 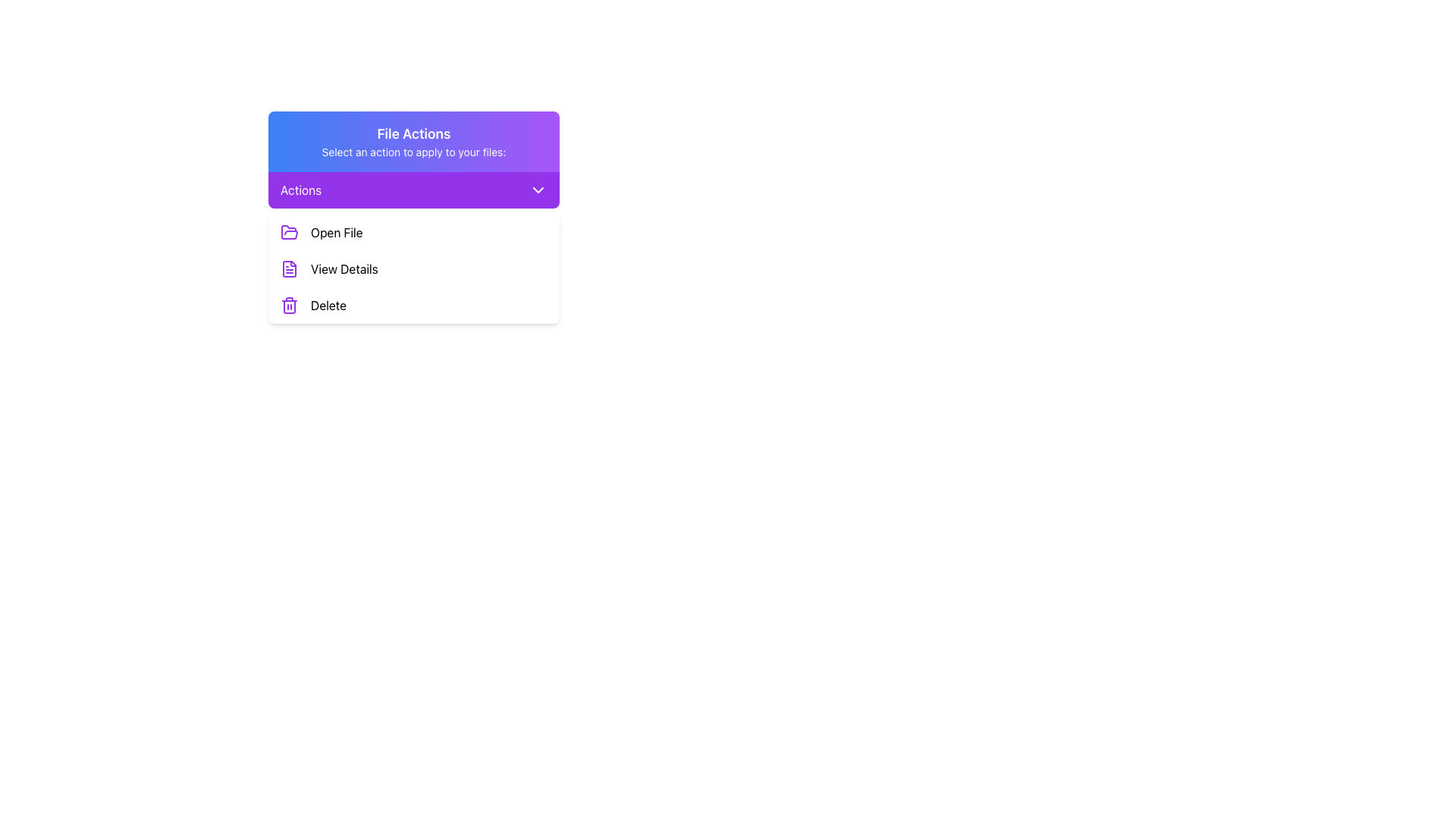 What do you see at coordinates (414, 268) in the screenshot?
I see `to select the second menu option in the 'File Actions' menu, which allows users` at bounding box center [414, 268].